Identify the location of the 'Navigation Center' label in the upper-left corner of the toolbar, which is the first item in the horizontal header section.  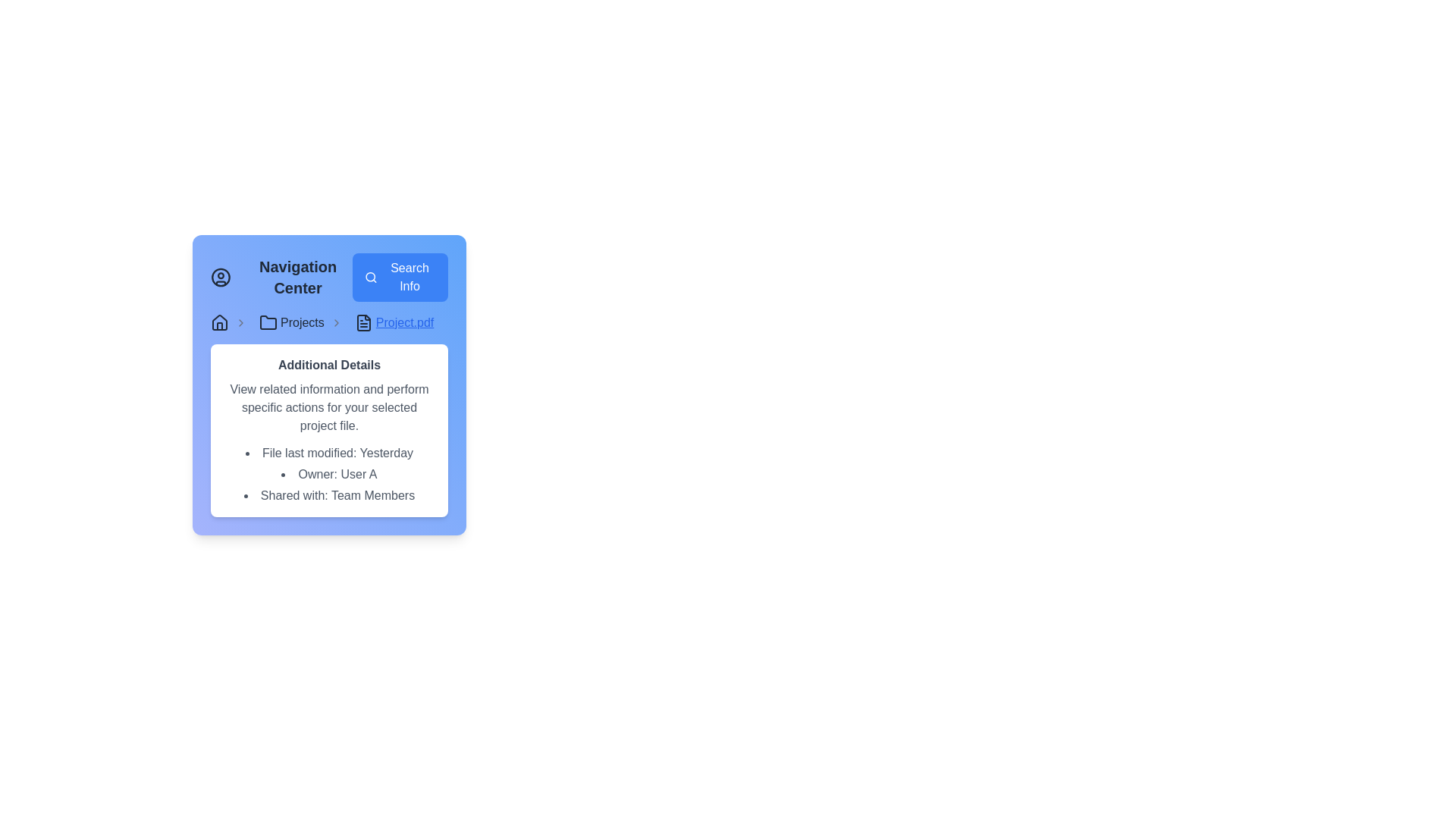
(281, 278).